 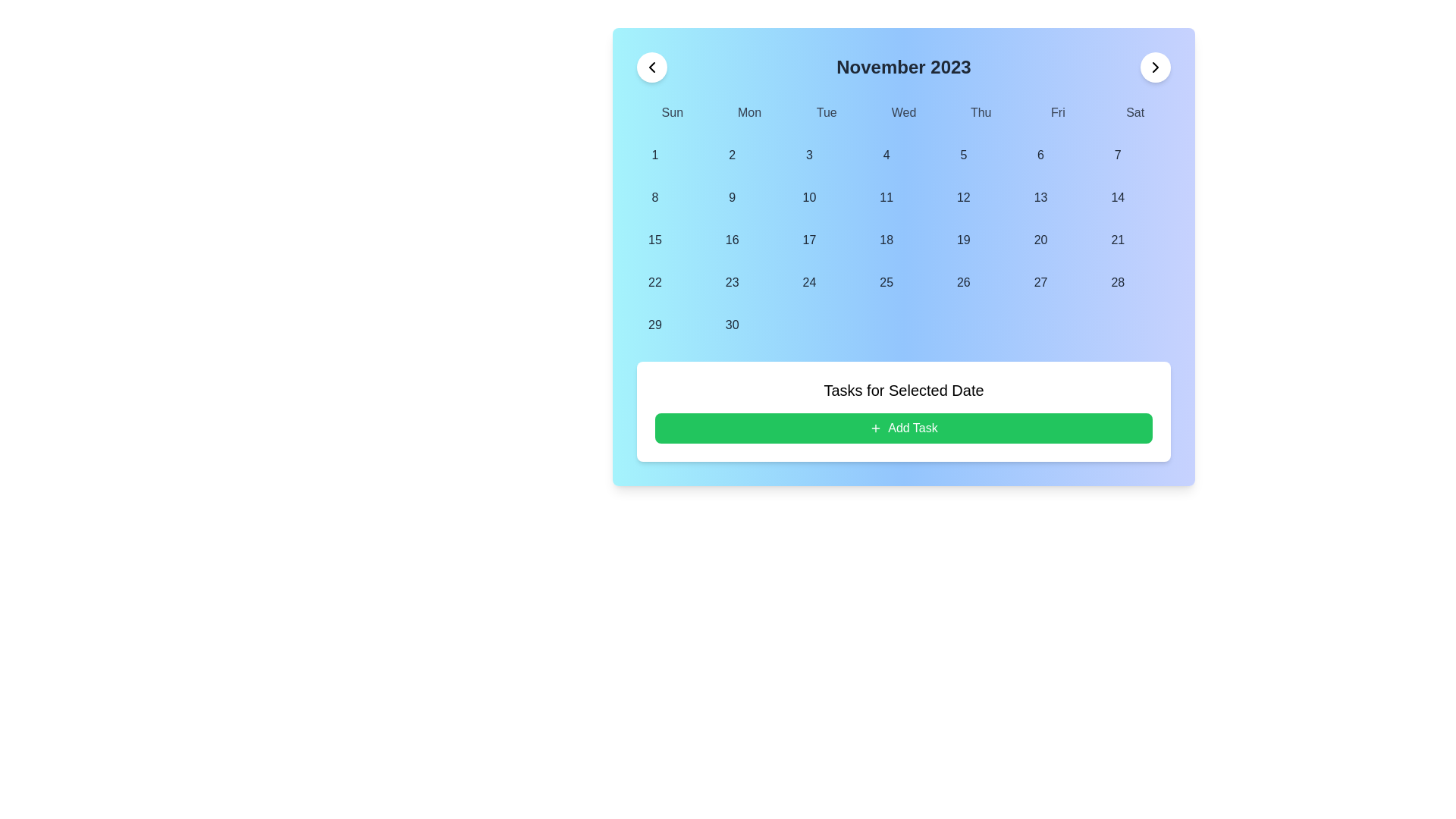 What do you see at coordinates (903, 112) in the screenshot?
I see `the text label displaying 'Wed' in black text on a light blue background, which is the fourth element in a horizontal row of day labels in the calendar interface` at bounding box center [903, 112].